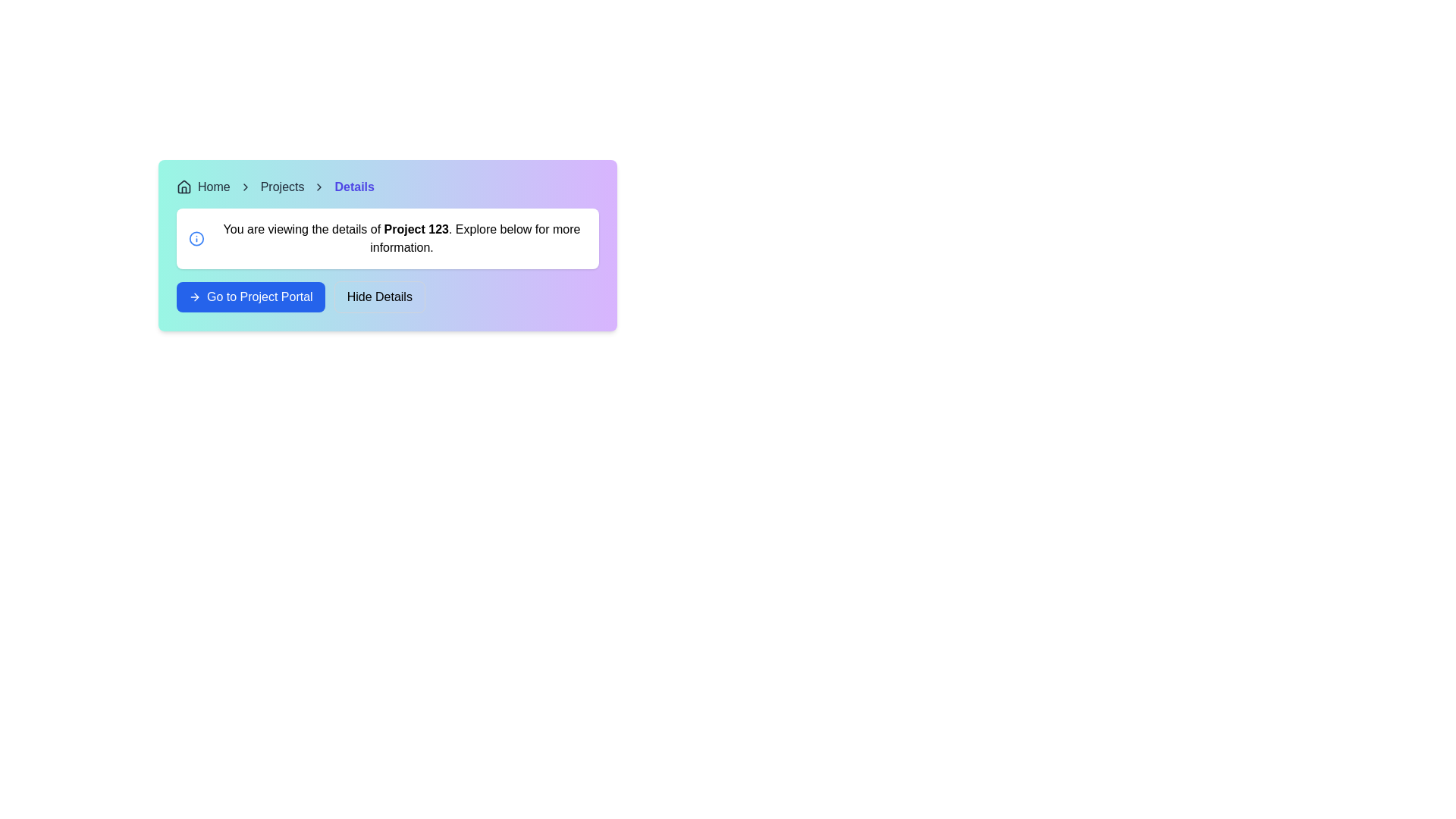  I want to click on the 'Hide Details' button, which is the second button aligned to the right of the 'Go to Project Portal' button, so click(388, 297).